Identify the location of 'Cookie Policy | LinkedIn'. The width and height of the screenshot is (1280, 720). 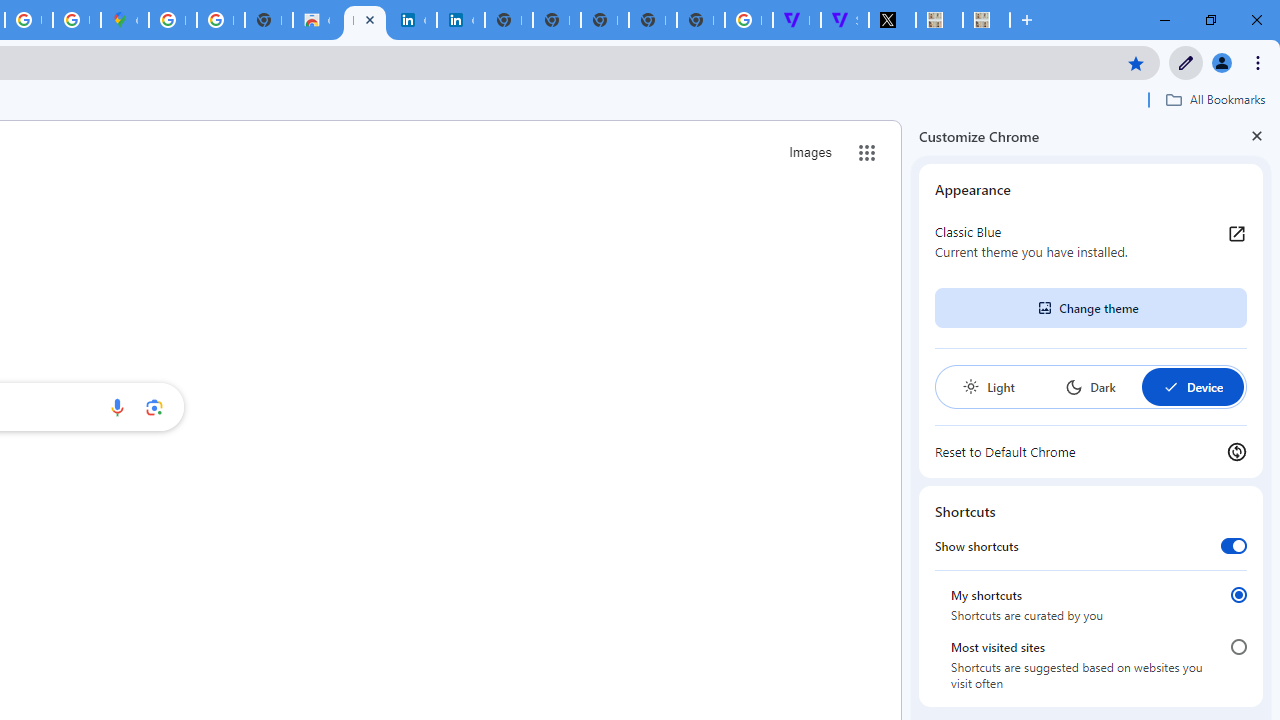
(459, 20).